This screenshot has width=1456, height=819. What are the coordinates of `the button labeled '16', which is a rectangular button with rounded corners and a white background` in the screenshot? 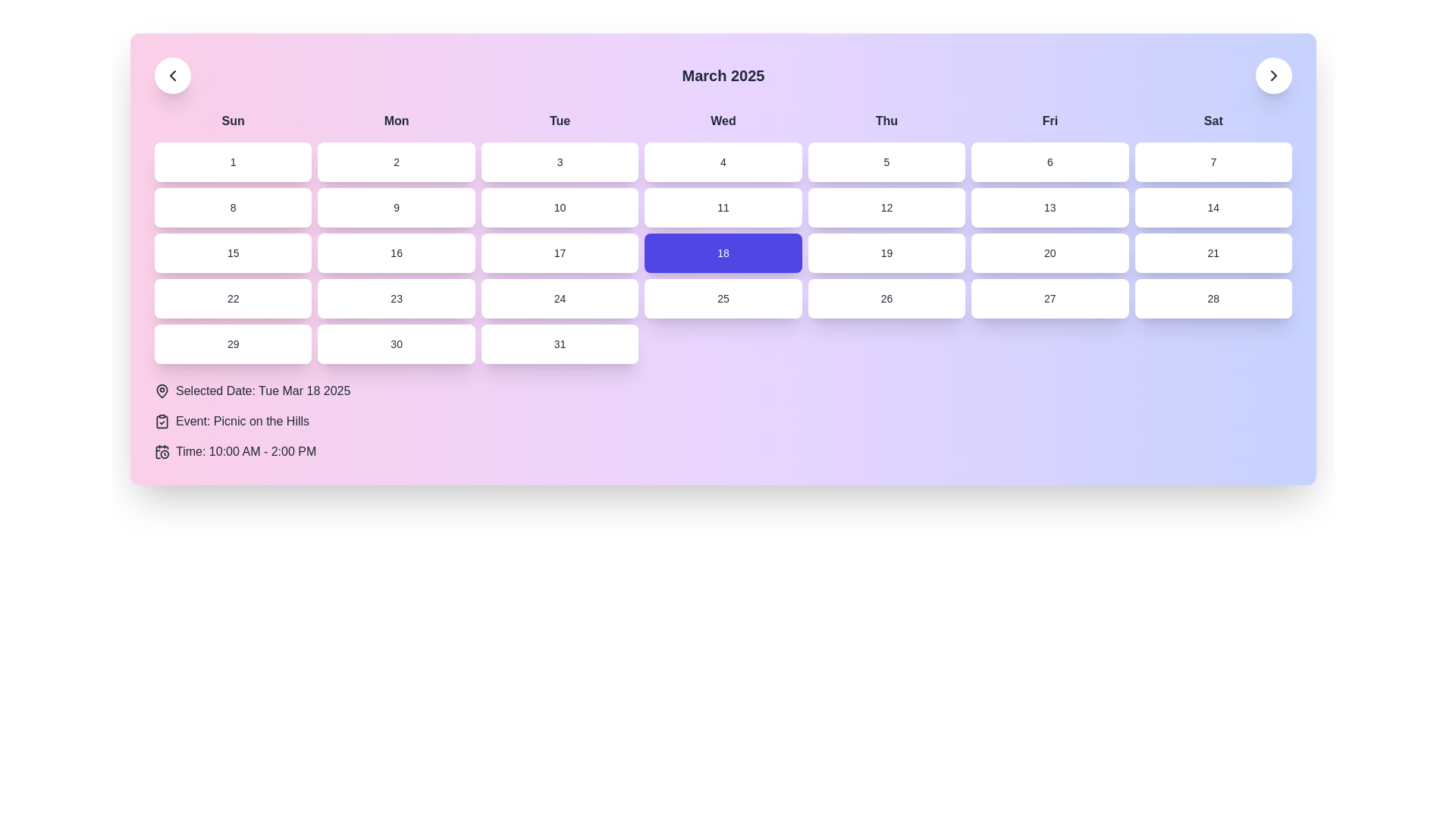 It's located at (397, 253).